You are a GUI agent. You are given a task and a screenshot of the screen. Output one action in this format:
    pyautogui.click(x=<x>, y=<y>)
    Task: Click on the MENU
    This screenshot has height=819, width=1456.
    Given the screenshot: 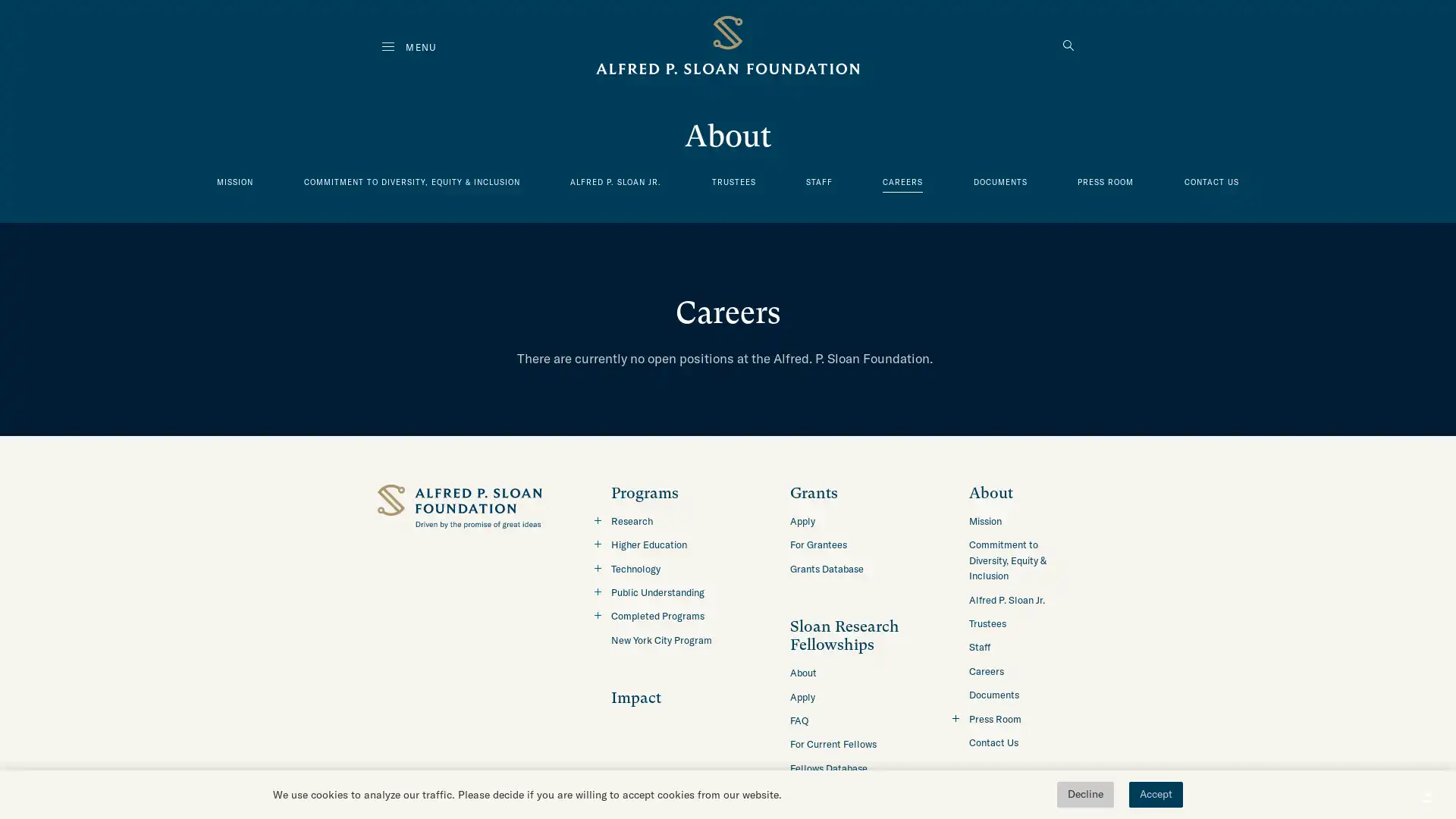 What is the action you would take?
    pyautogui.click(x=409, y=46)
    